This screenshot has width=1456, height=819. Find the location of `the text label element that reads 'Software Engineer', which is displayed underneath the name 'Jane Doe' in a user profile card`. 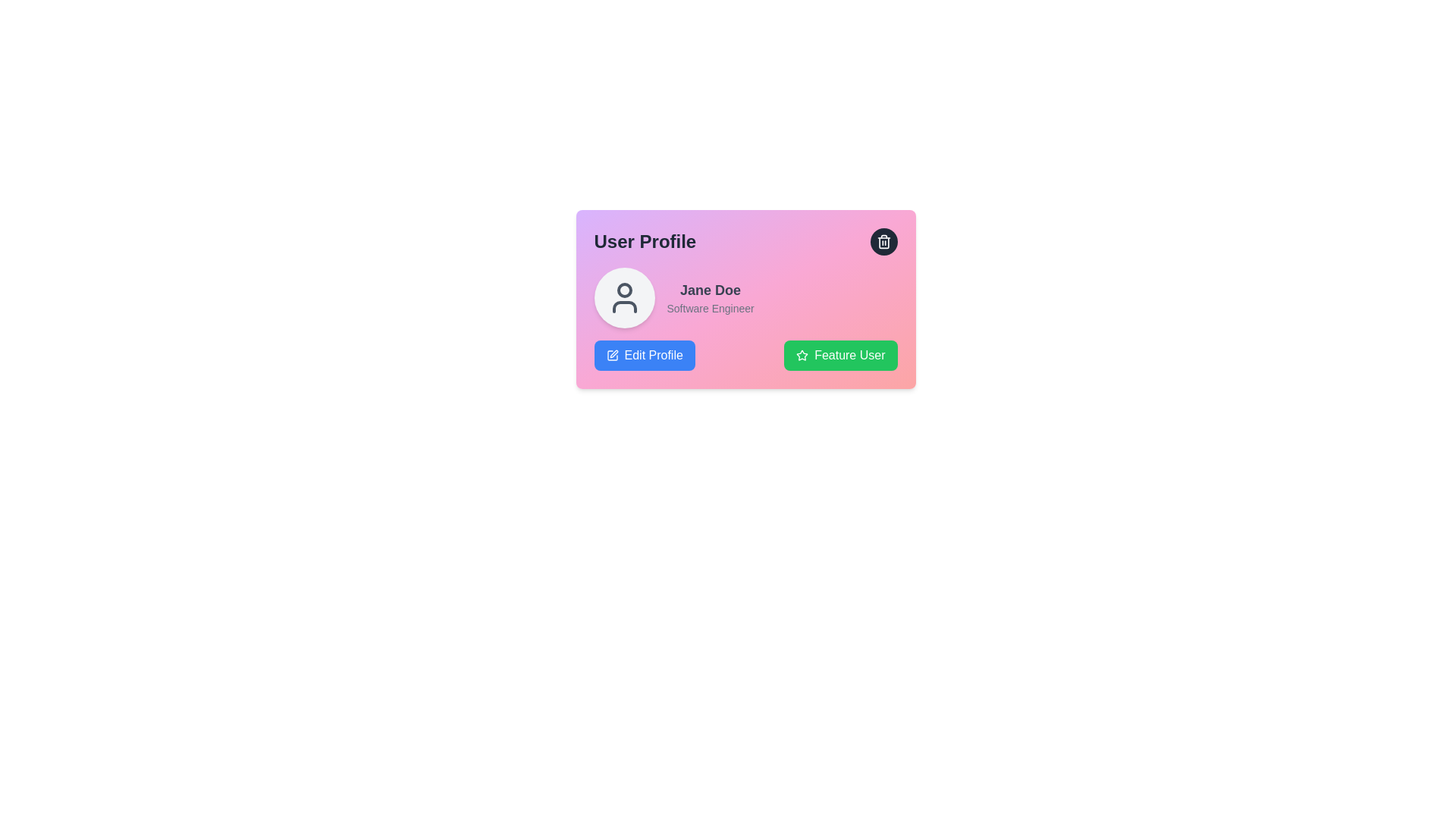

the text label element that reads 'Software Engineer', which is displayed underneath the name 'Jane Doe' in a user profile card is located at coordinates (710, 308).